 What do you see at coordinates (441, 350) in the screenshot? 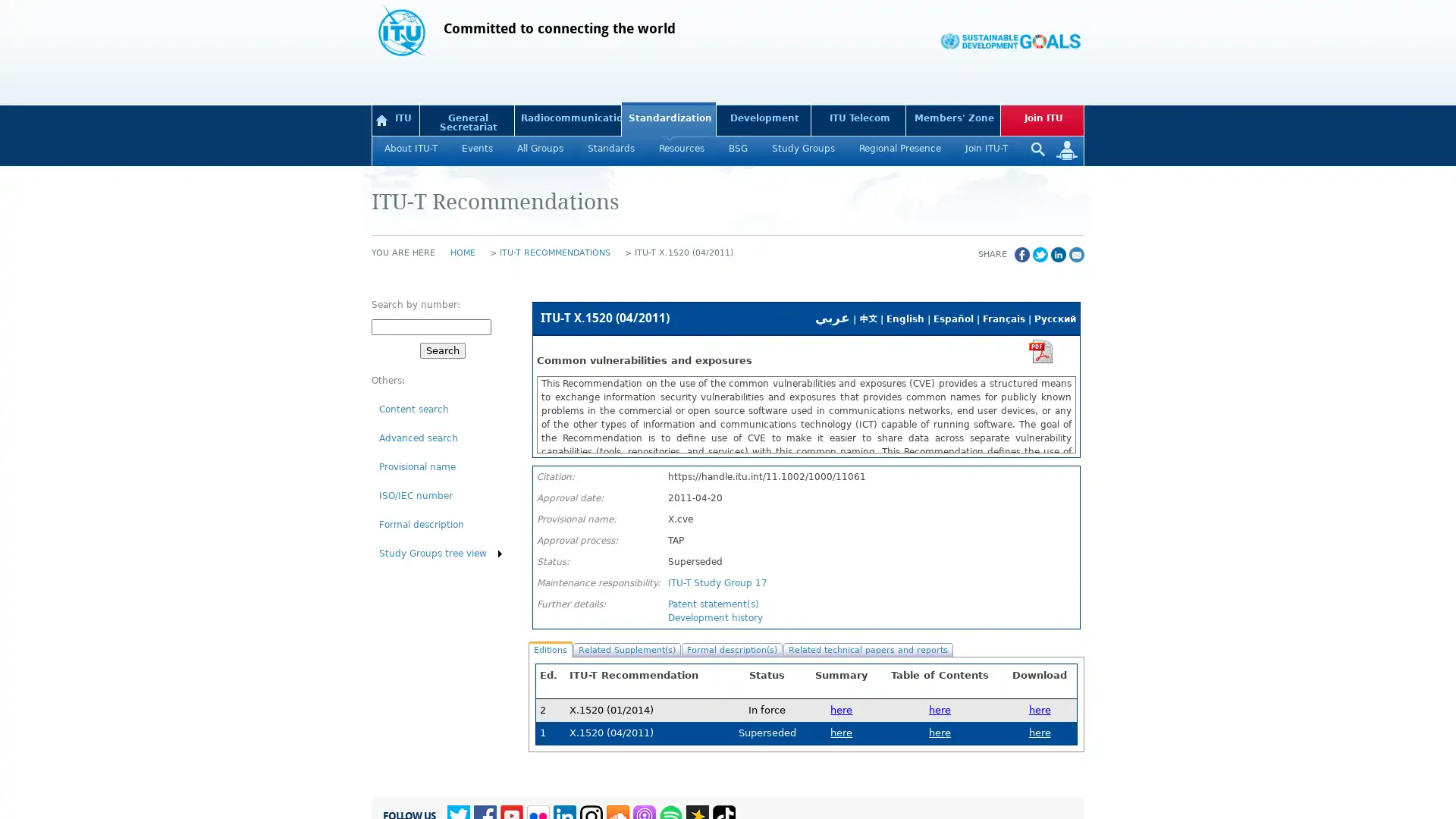
I see `Search` at bounding box center [441, 350].